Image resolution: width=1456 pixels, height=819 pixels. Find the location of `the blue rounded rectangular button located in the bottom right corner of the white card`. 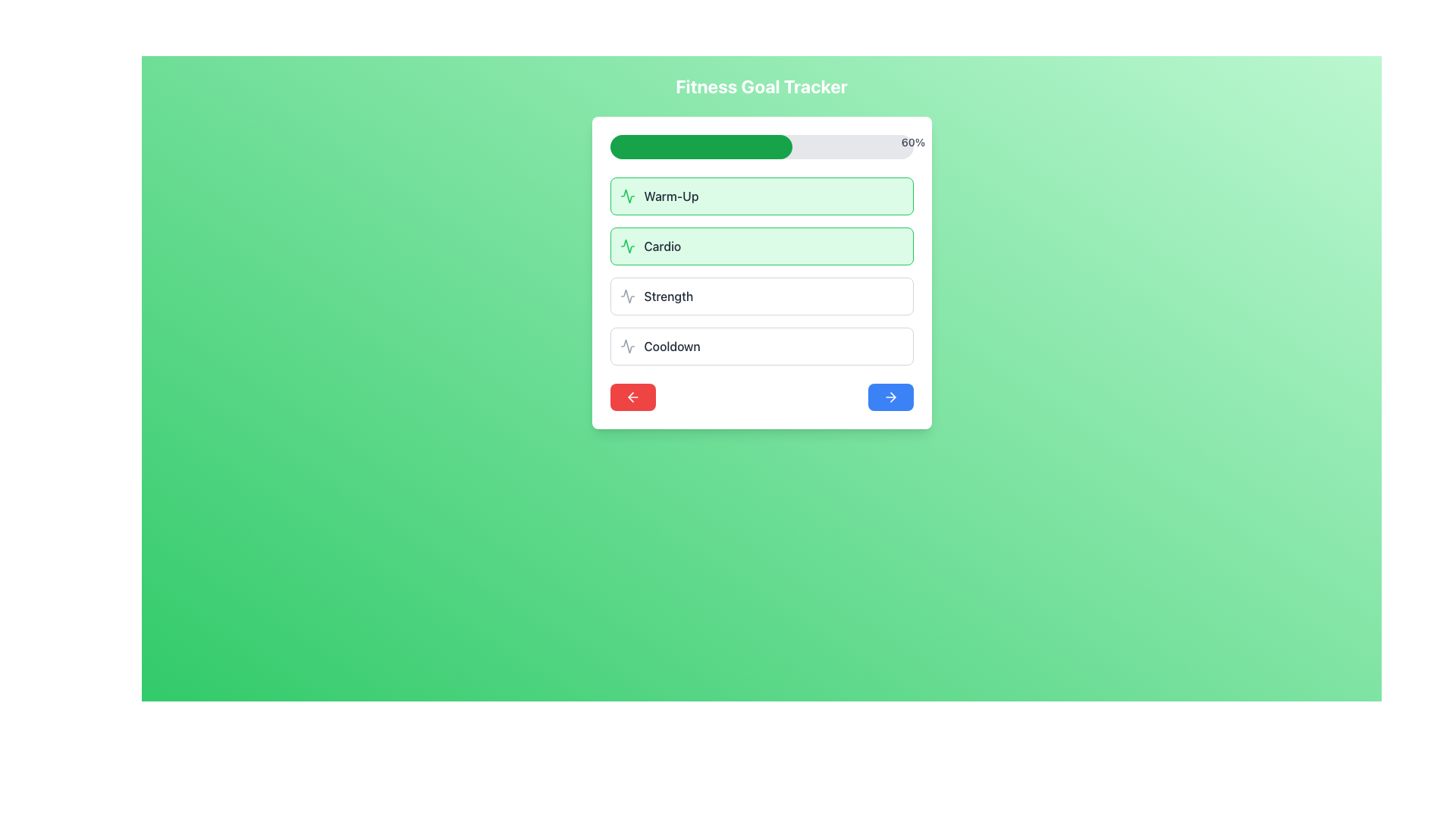

the blue rounded rectangular button located in the bottom right corner of the white card is located at coordinates (890, 397).